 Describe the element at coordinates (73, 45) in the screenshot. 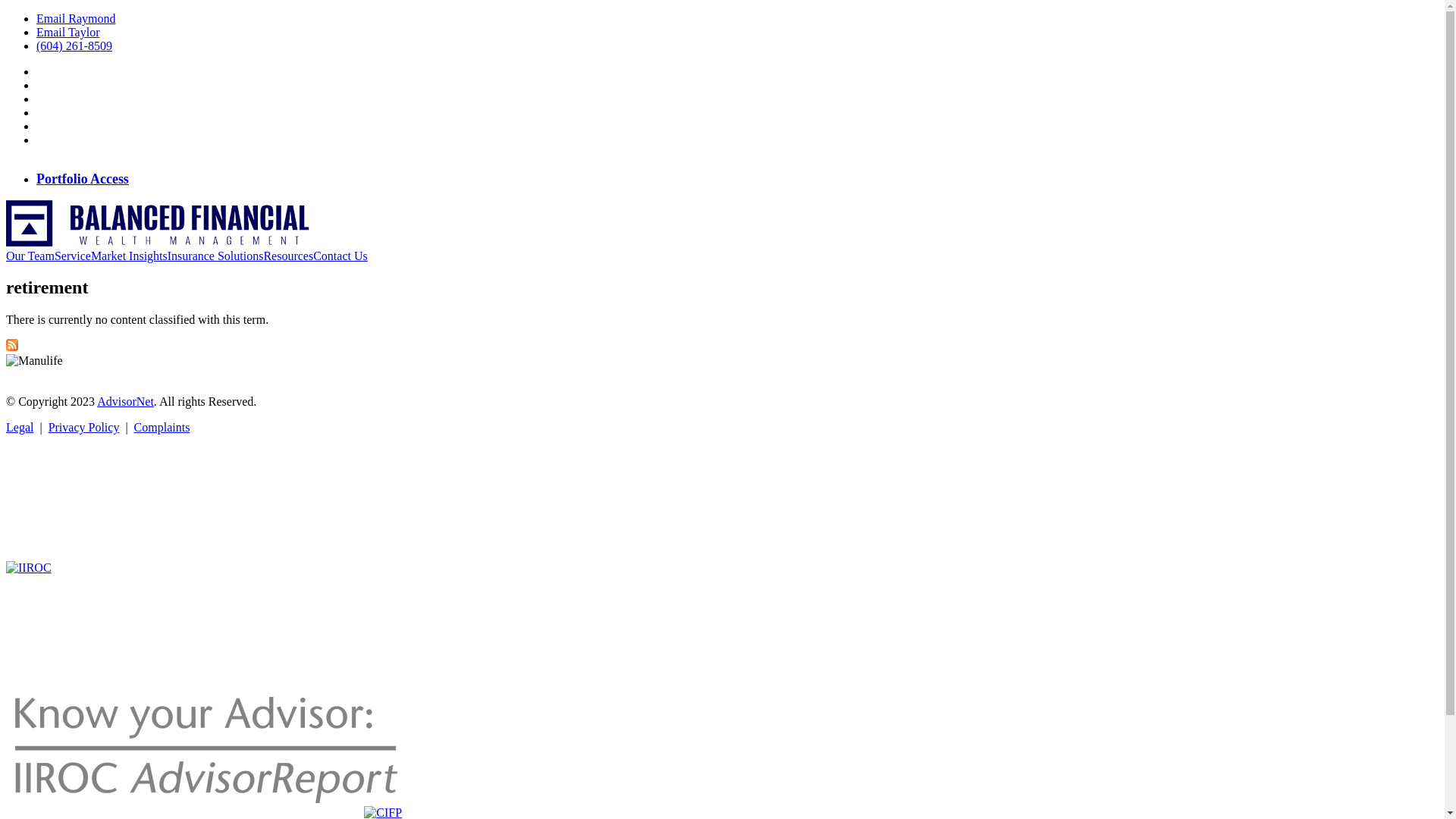

I see `'(604) 261-8509'` at that location.